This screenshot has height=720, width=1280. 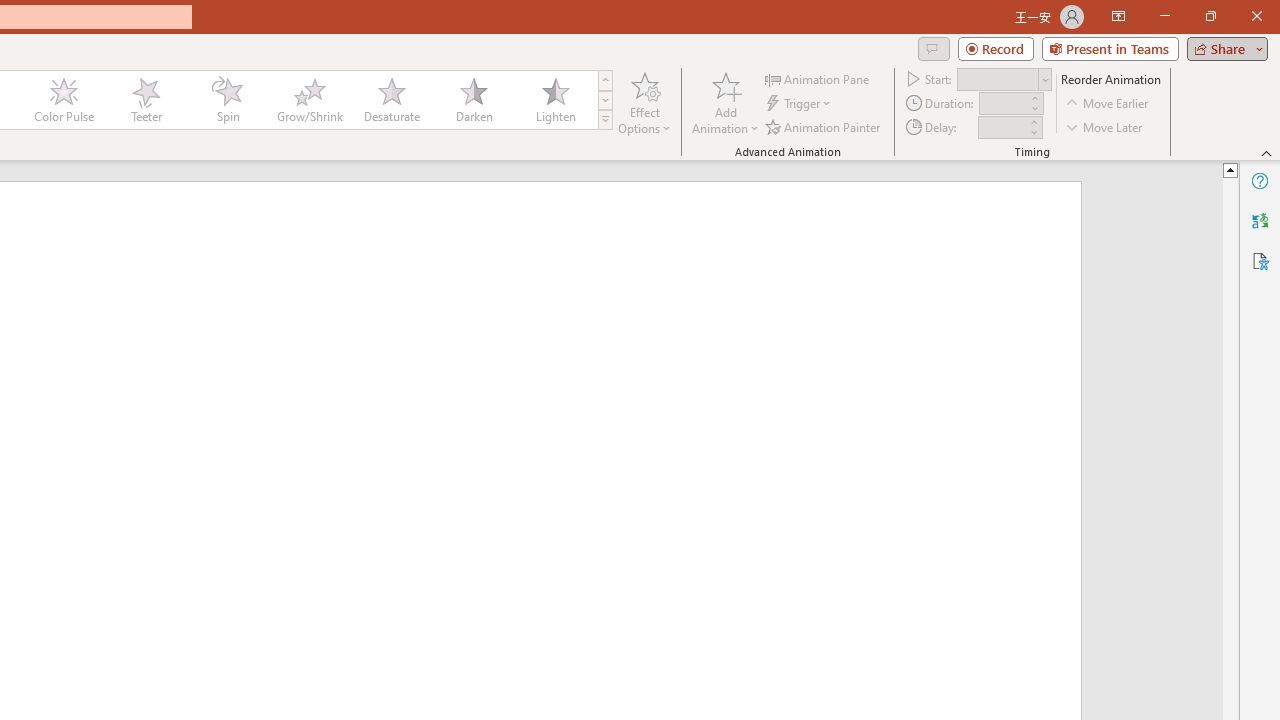 I want to click on 'More', so click(x=1033, y=121).